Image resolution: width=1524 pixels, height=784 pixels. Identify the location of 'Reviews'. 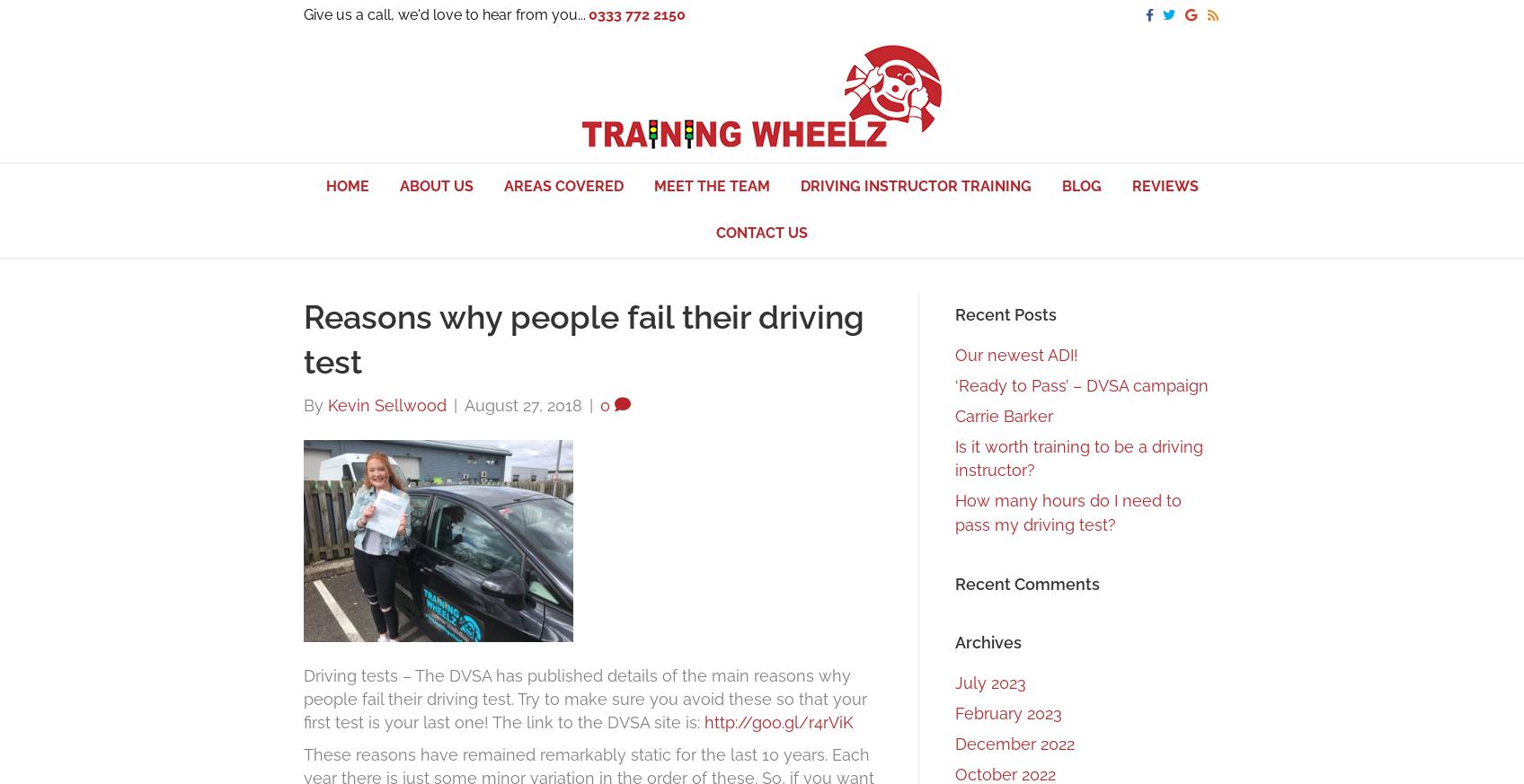
(1130, 185).